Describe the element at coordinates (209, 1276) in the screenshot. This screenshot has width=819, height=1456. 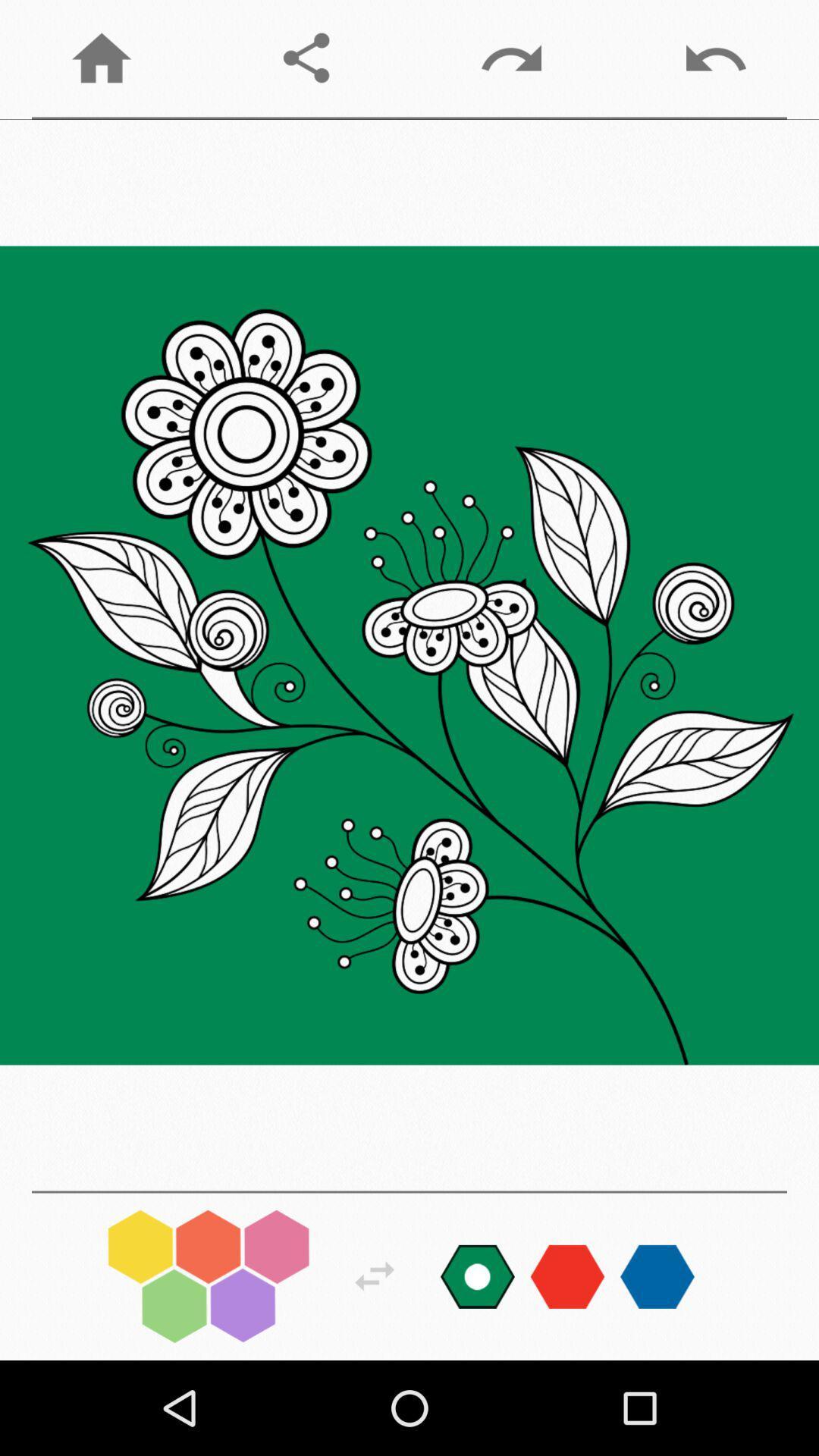
I see `pick colors` at that location.